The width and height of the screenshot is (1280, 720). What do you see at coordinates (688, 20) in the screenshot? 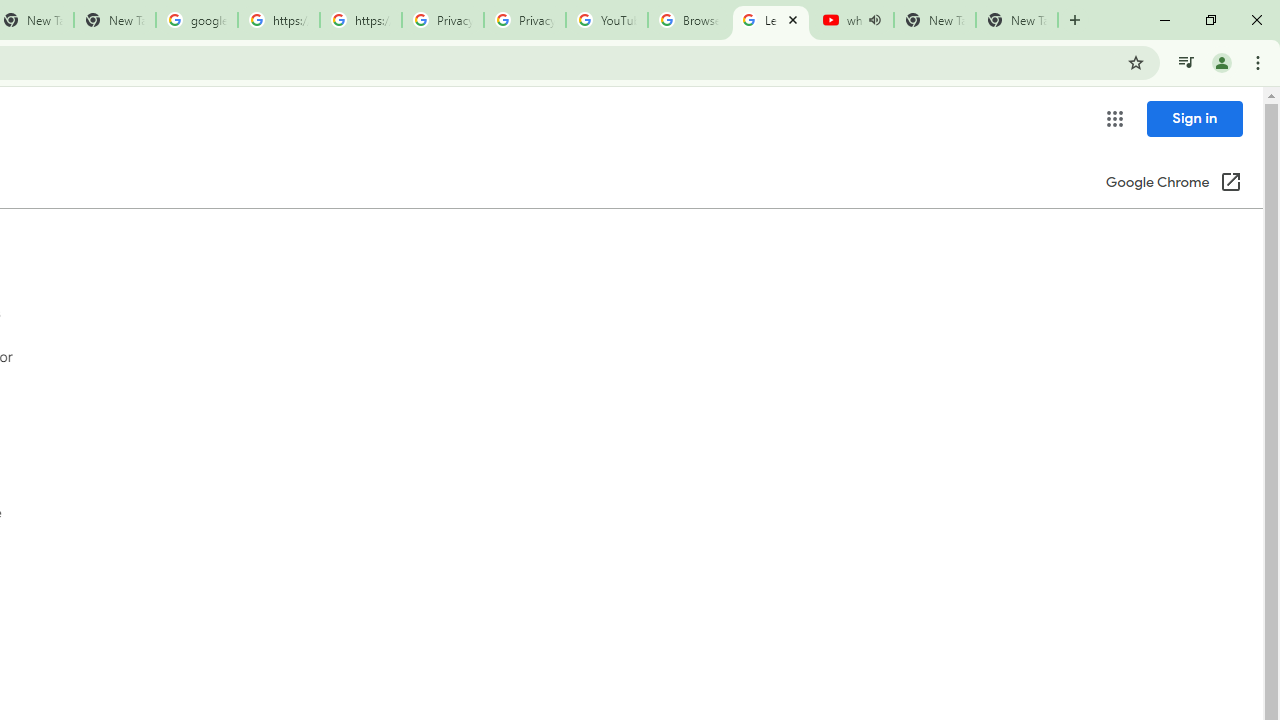
I see `'Browse Chrome as a guest - Computer - Google Chrome Help'` at bounding box center [688, 20].